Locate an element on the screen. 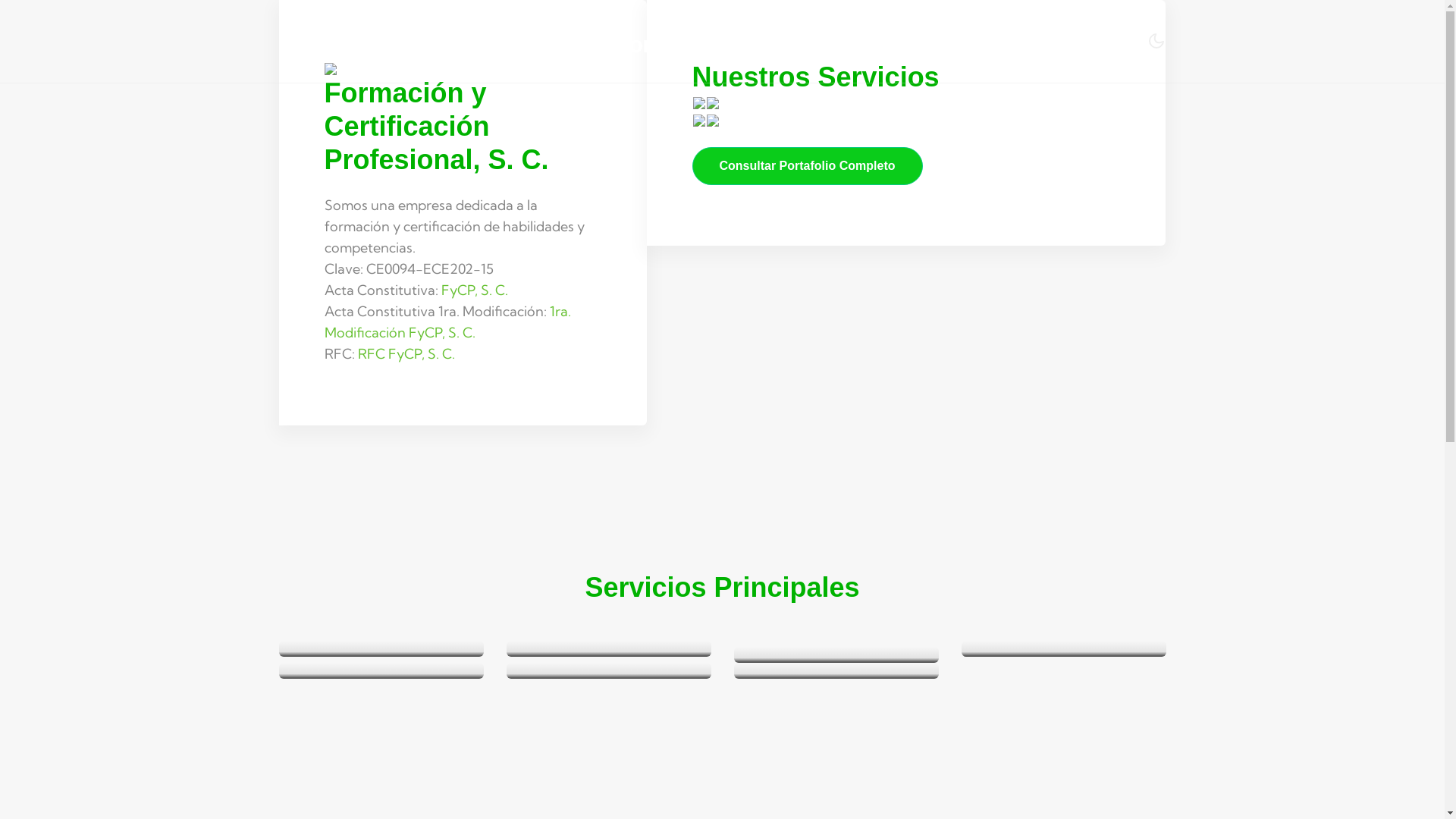 The width and height of the screenshot is (1456, 819). 'Consultar Portafolio Completo' is located at coordinates (806, 166).